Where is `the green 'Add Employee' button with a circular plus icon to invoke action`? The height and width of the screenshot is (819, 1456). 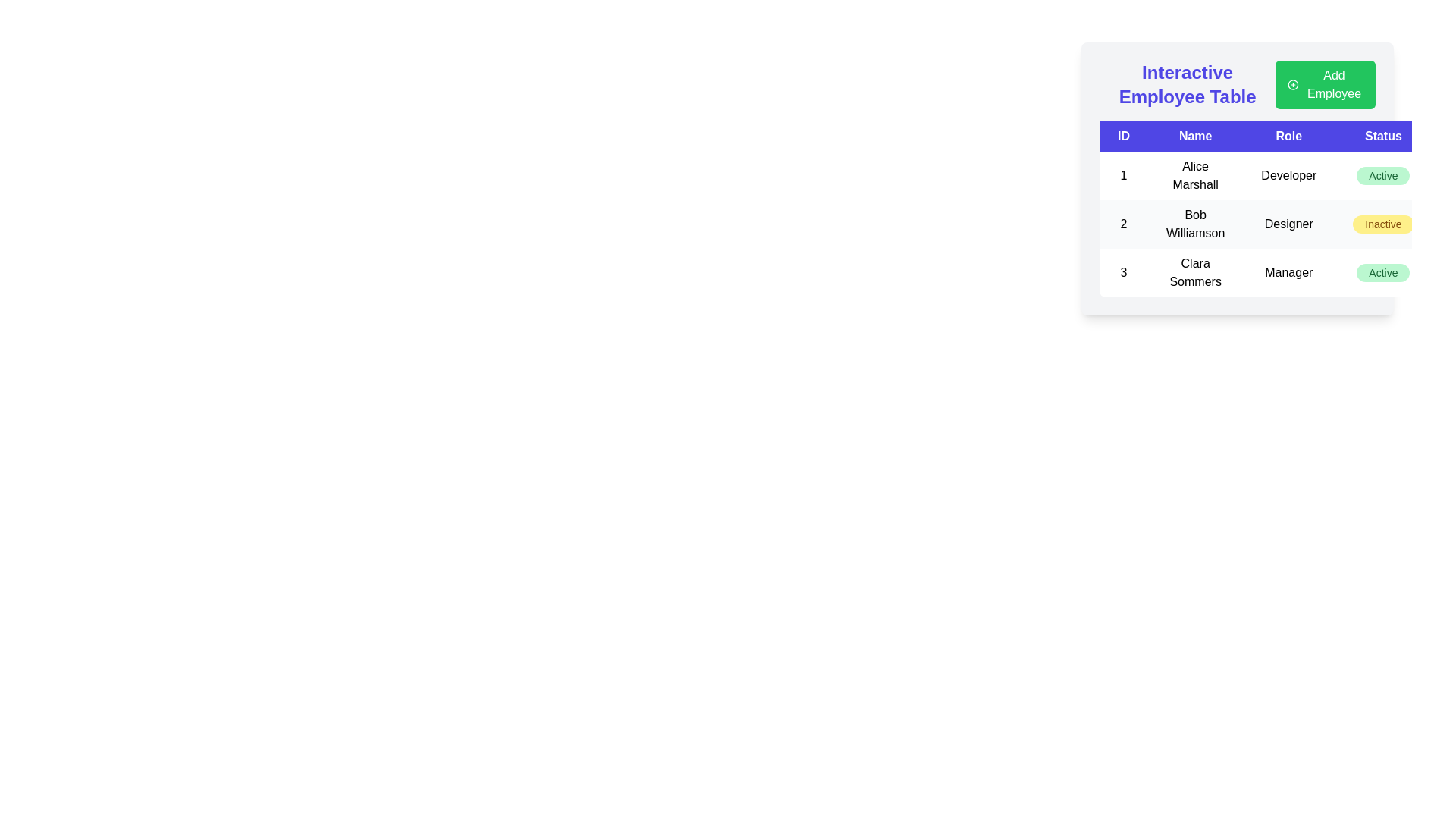
the green 'Add Employee' button with a circular plus icon to invoke action is located at coordinates (1325, 84).